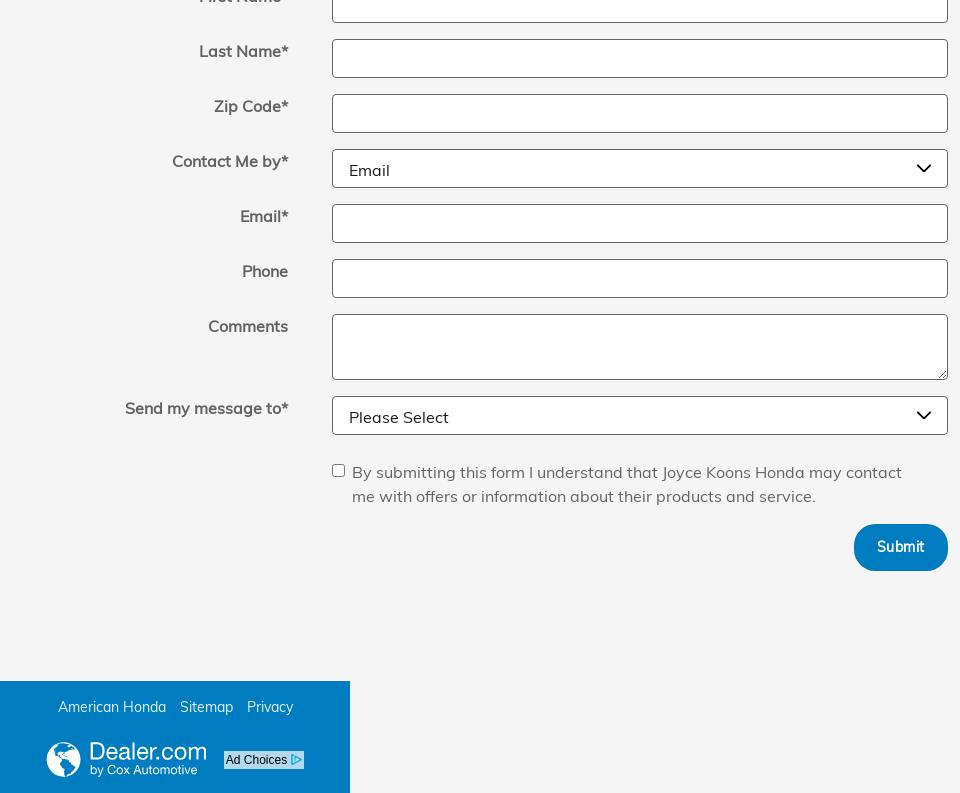  Describe the element at coordinates (625, 482) in the screenshot. I see `'By submitting this form I understand that Joyce Koons Honda may contact me with offers or information about their products and service.'` at that location.